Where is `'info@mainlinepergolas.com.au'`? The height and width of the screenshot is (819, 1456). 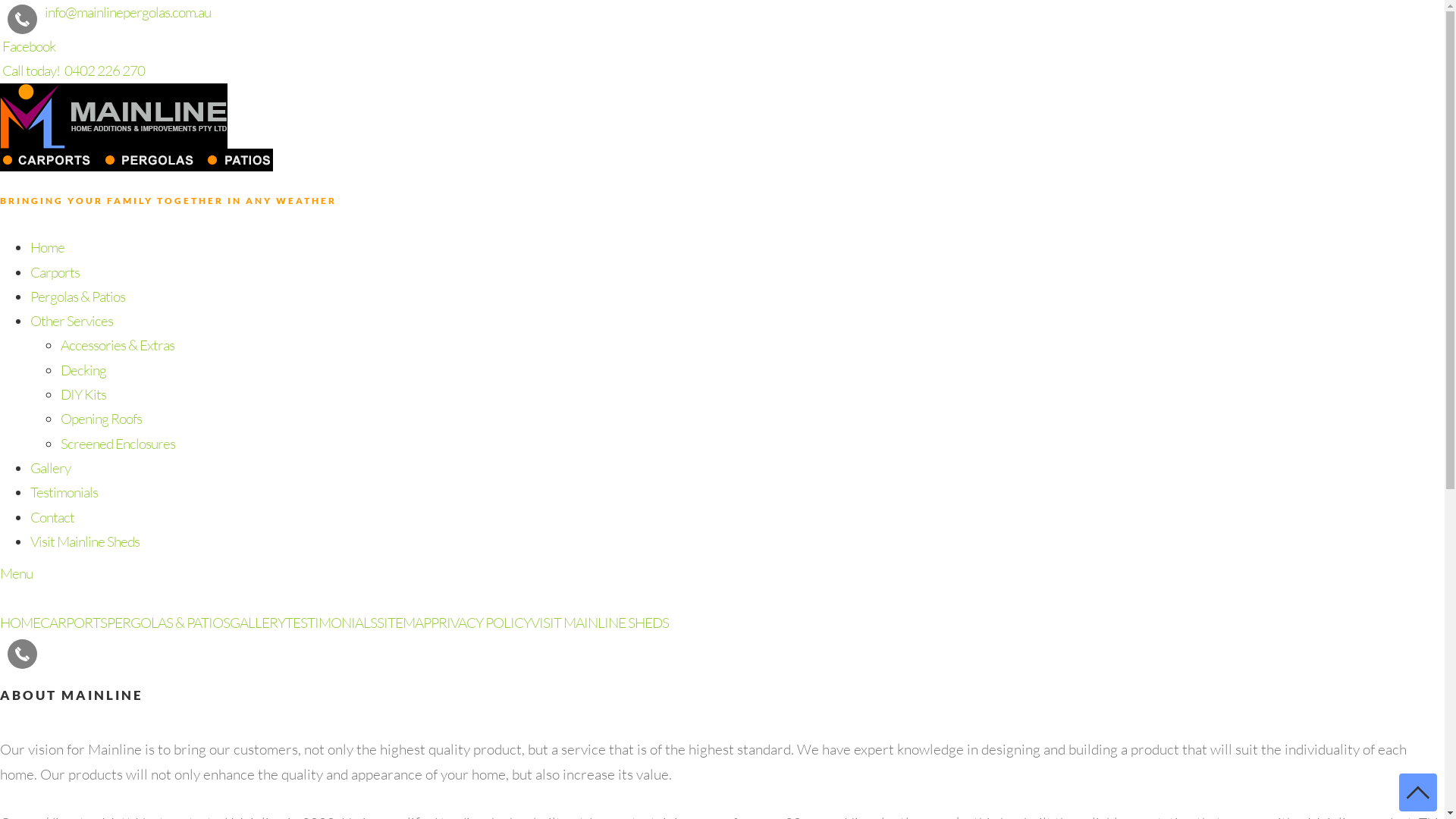 'info@mainlinepergolas.com.au' is located at coordinates (127, 11).